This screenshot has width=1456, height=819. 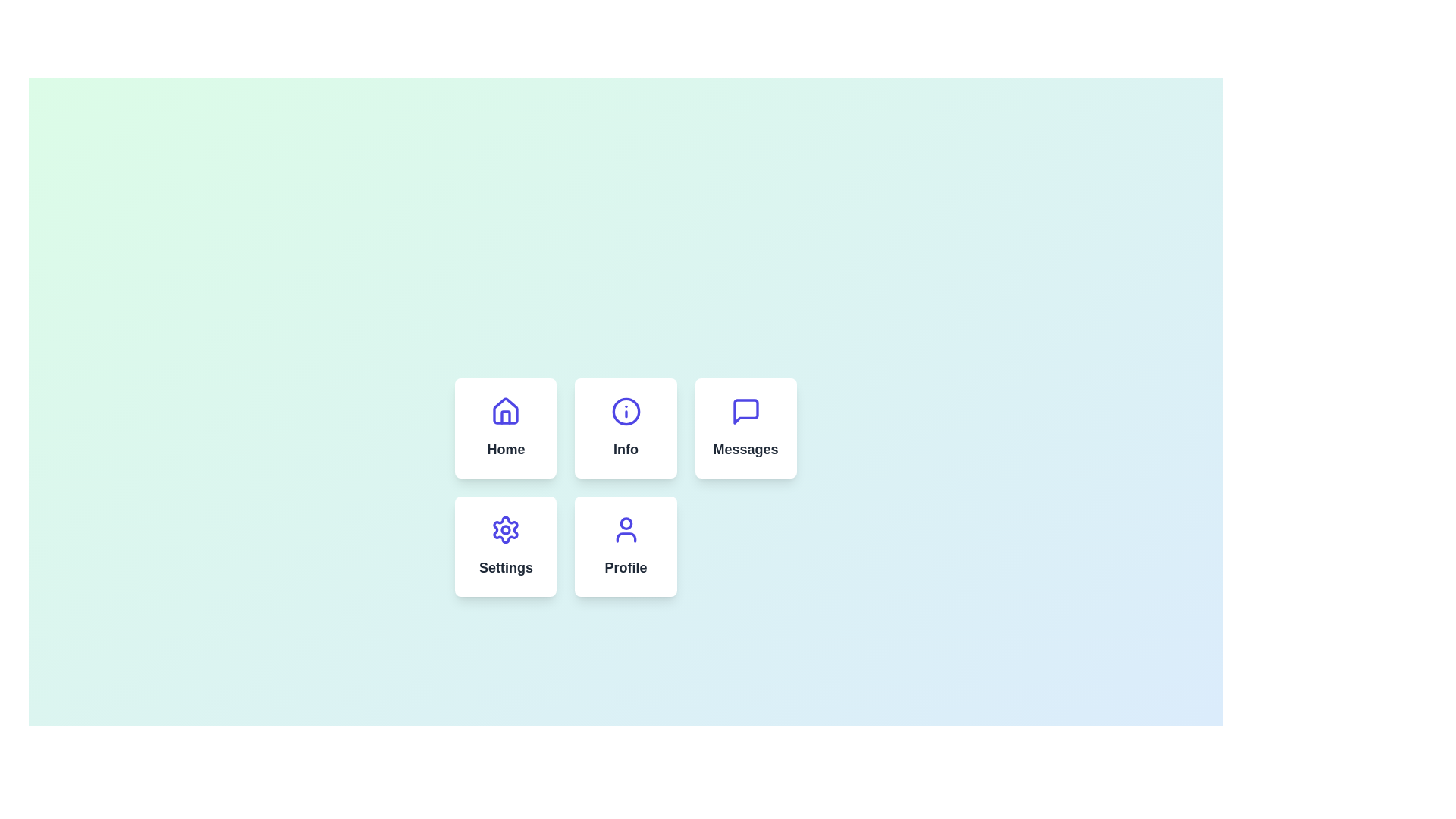 What do you see at coordinates (506, 529) in the screenshot?
I see `the gear-shaped icon in violet-blue color located within the white card labeled 'Settings'` at bounding box center [506, 529].